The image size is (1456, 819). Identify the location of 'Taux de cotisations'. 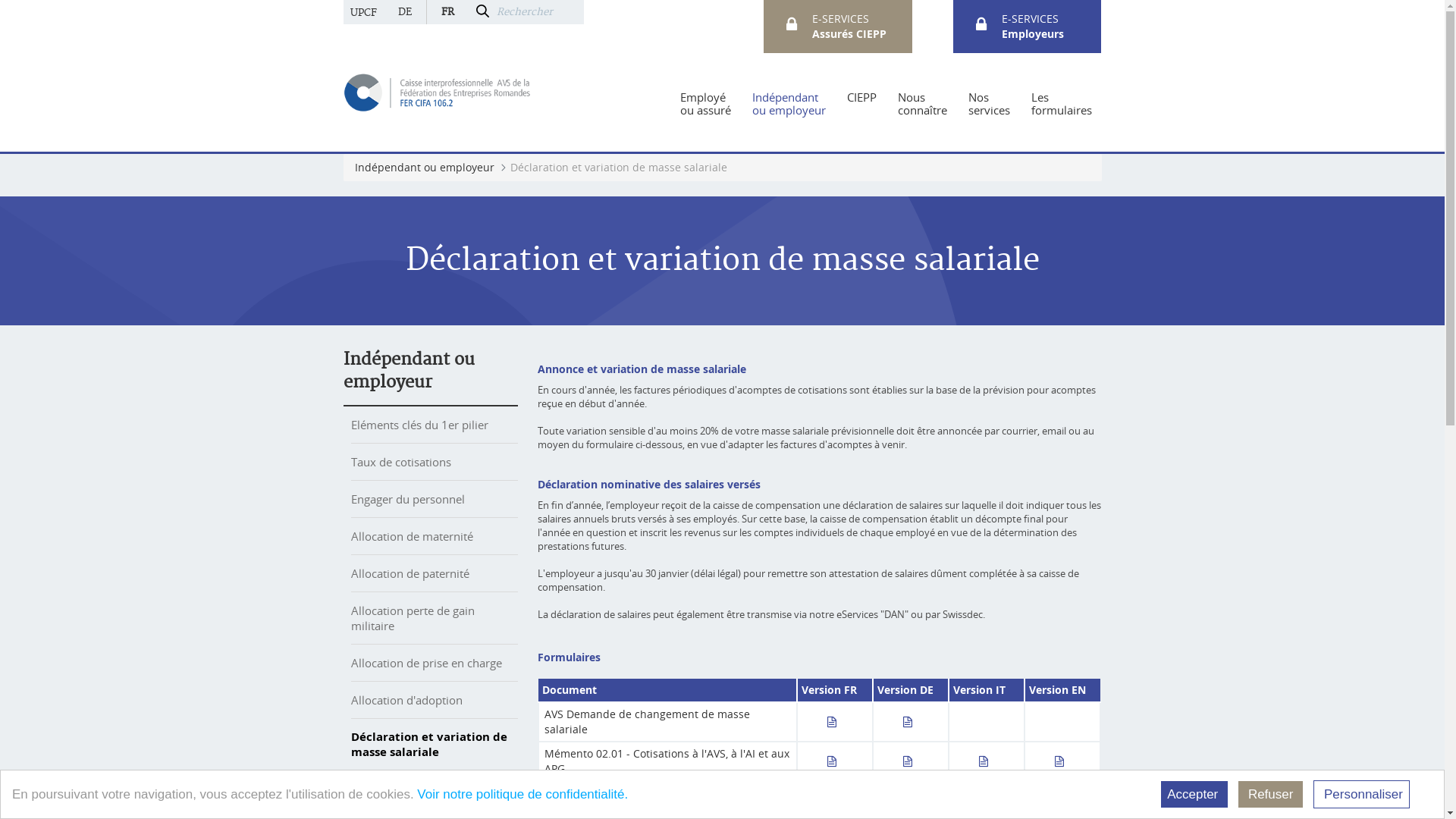
(400, 461).